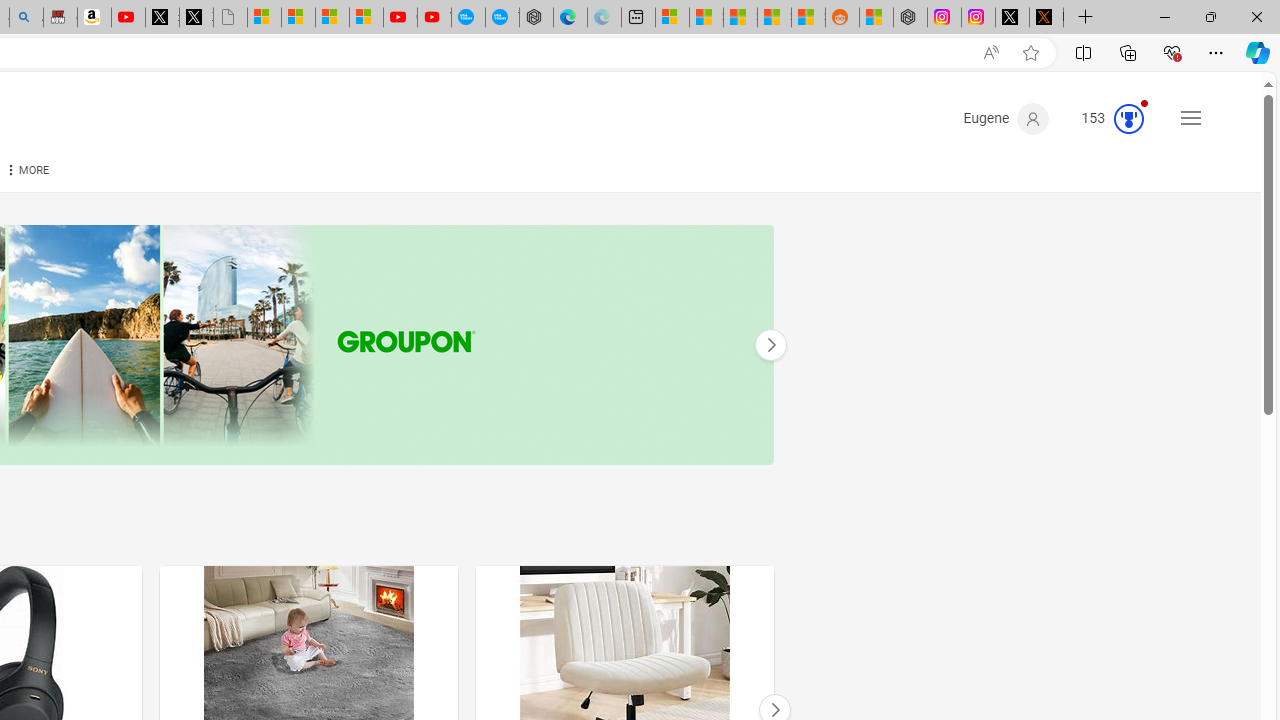 Image resolution: width=1280 pixels, height=720 pixels. I want to click on 'Day 1: Arriving in Yemen (surreal to be here) - YouTube', so click(127, 17).